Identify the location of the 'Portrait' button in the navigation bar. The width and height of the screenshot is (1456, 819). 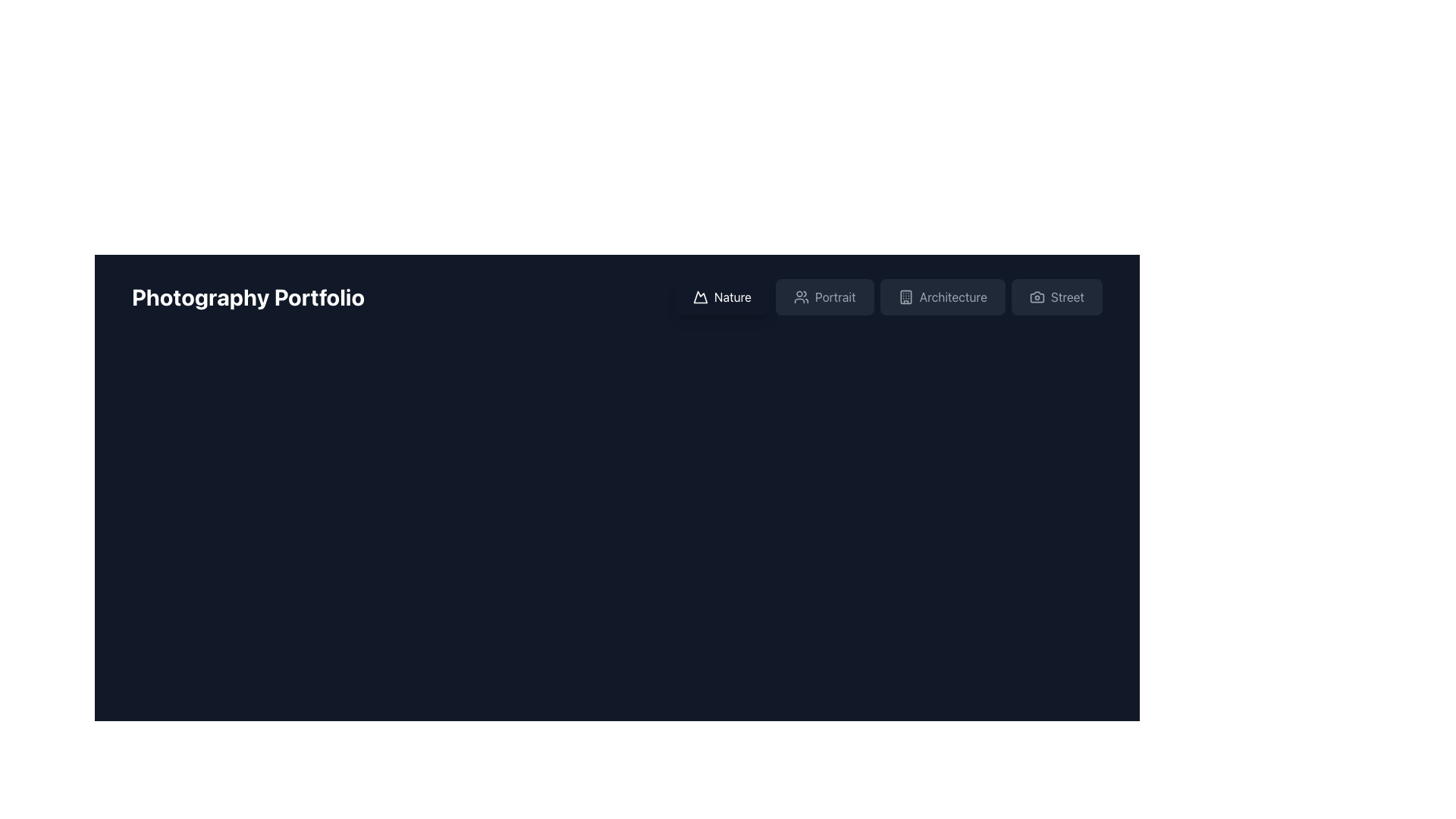
(824, 297).